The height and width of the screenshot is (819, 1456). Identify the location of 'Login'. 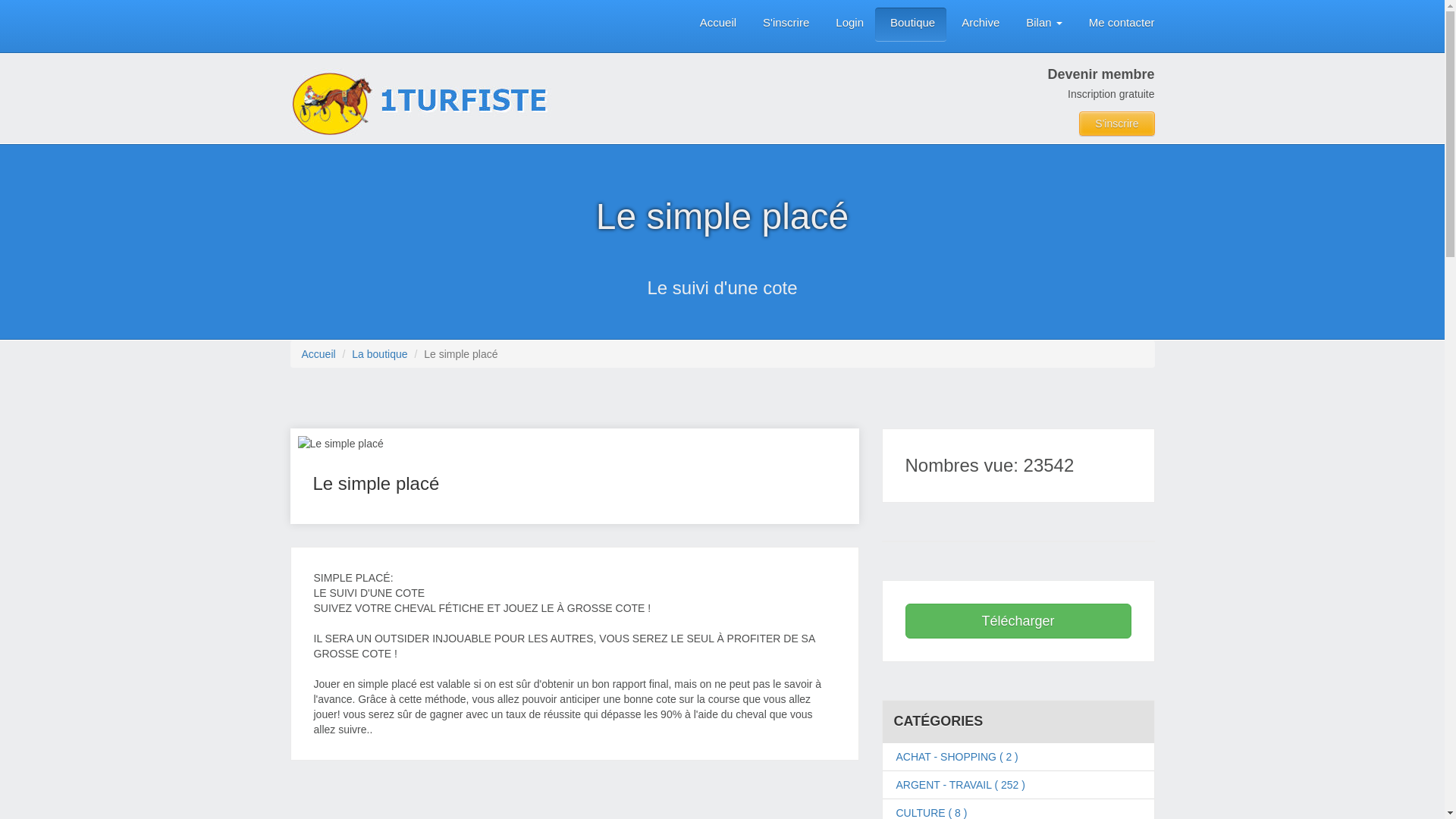
(847, 24).